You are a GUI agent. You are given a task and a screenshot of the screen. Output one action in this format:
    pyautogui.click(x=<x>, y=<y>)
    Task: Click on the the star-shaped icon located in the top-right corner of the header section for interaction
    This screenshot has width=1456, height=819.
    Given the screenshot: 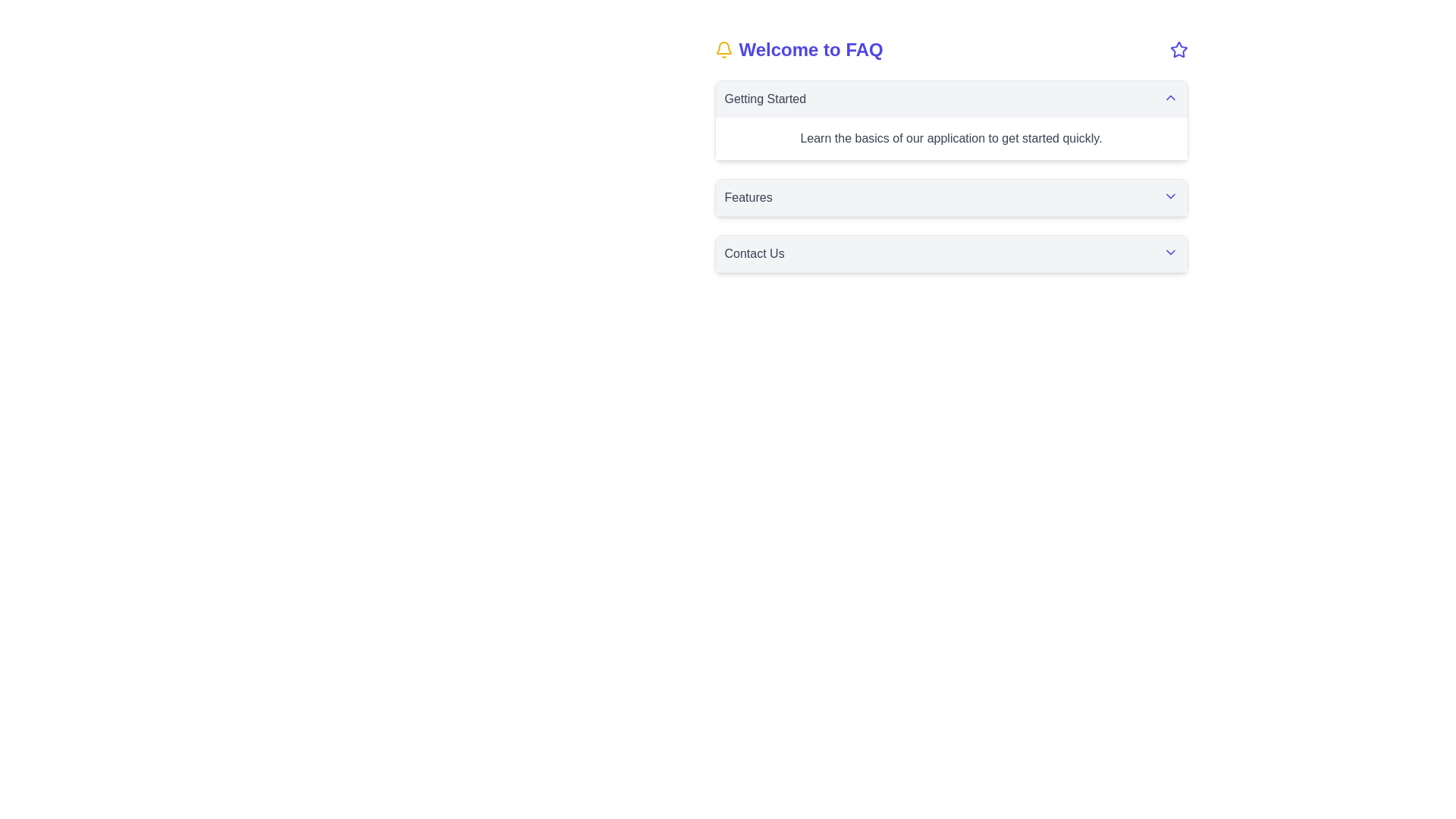 What is the action you would take?
    pyautogui.click(x=1178, y=49)
    